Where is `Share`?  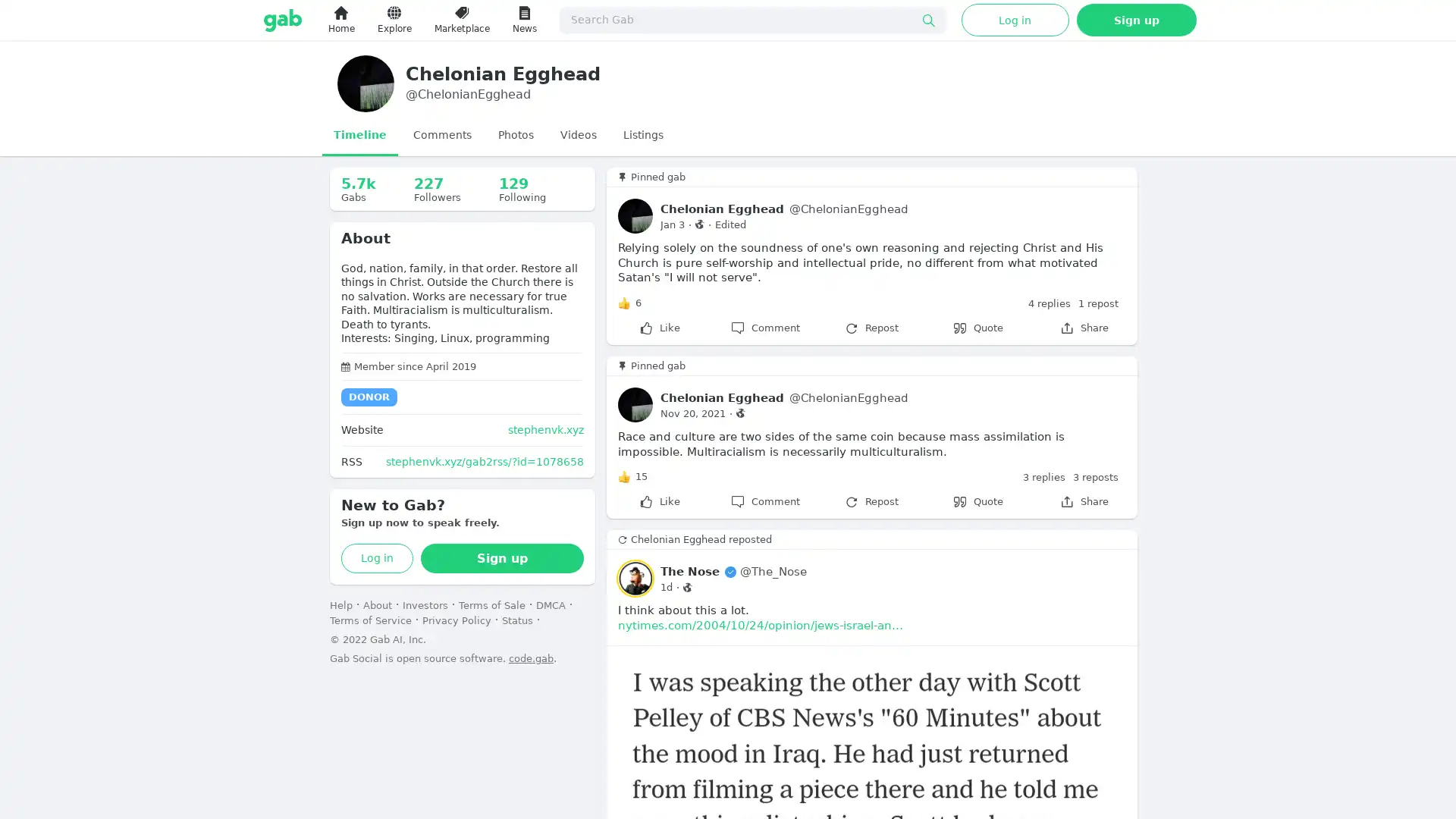 Share is located at coordinates (1084, 327).